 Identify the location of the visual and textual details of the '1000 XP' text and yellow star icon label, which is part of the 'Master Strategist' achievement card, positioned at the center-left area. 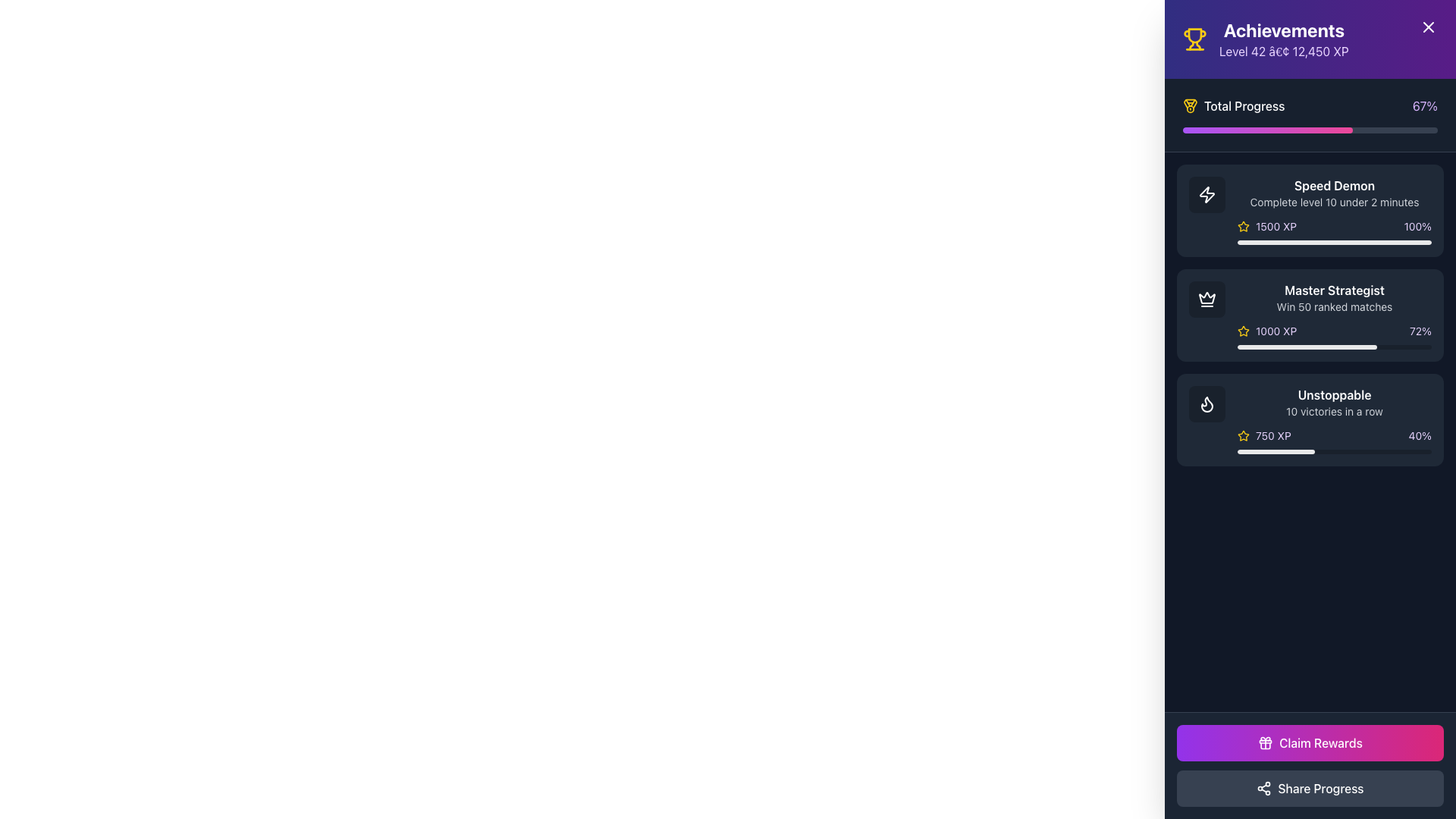
(1267, 330).